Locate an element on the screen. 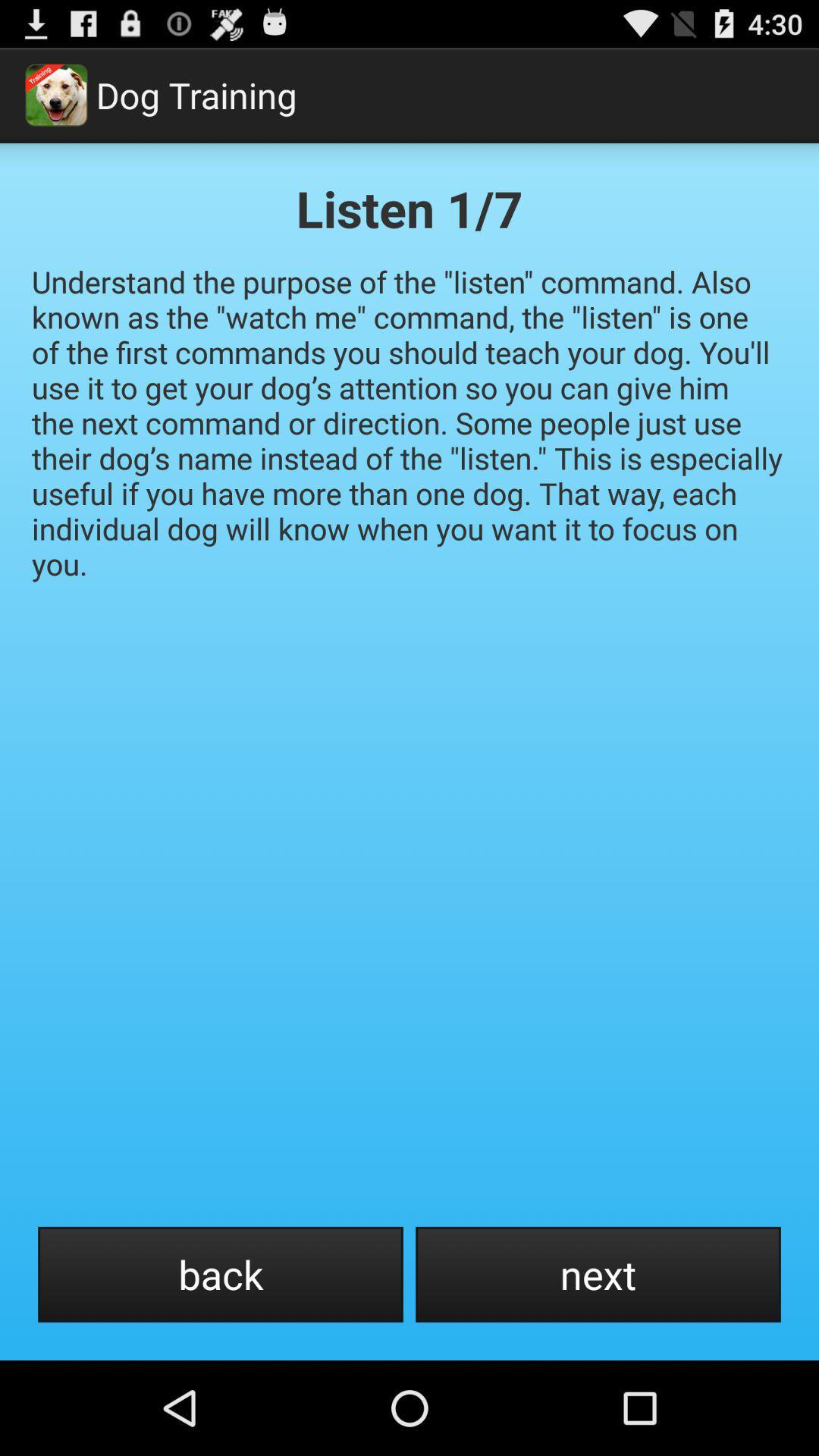 The image size is (819, 1456). icon to the right of the back item is located at coordinates (598, 1274).